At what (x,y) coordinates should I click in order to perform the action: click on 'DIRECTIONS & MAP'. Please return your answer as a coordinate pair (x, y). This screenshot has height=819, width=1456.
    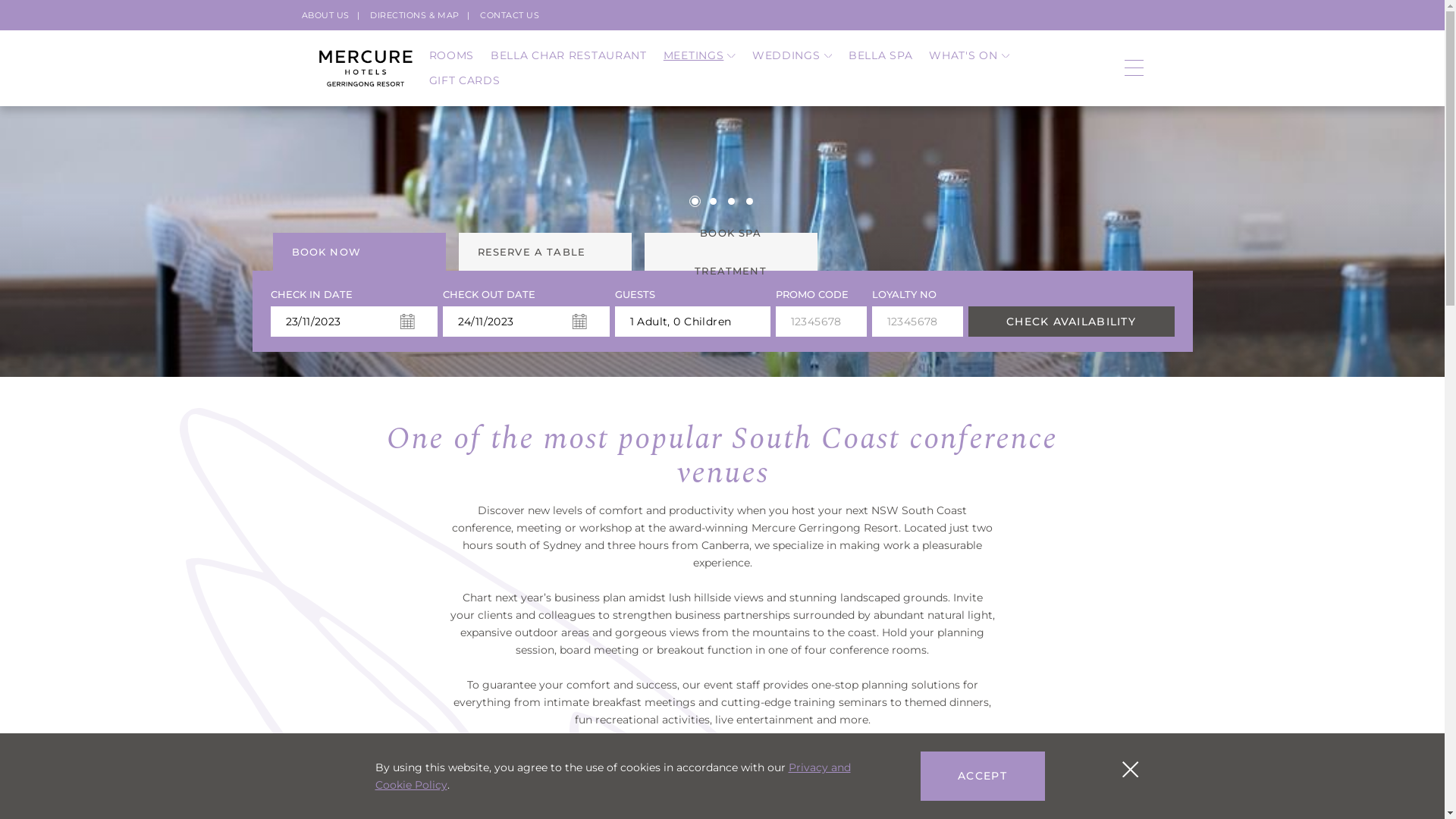
    Looking at the image, I should click on (415, 14).